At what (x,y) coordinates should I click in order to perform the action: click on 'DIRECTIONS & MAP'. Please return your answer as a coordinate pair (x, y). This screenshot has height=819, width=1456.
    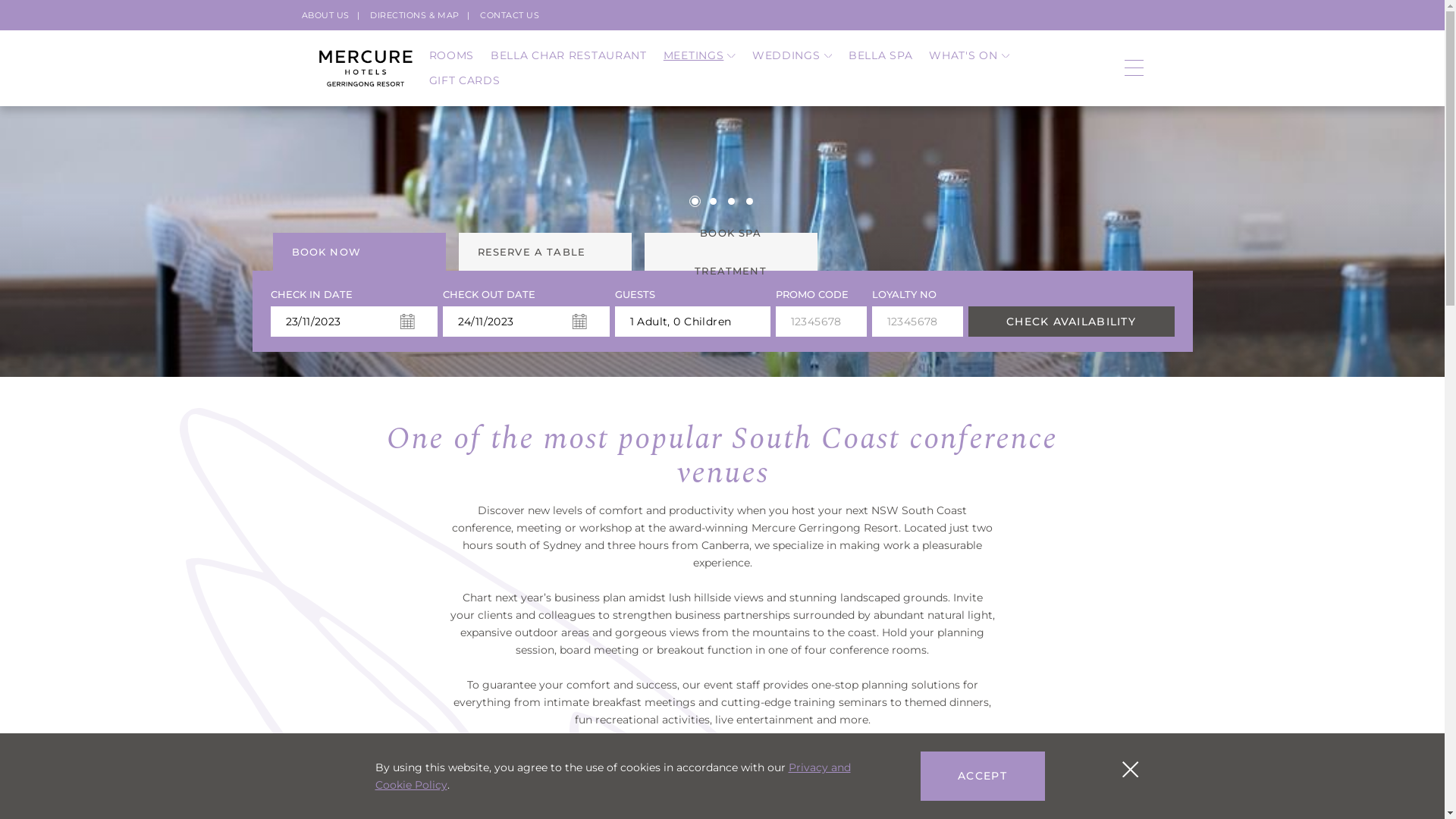
    Looking at the image, I should click on (415, 14).